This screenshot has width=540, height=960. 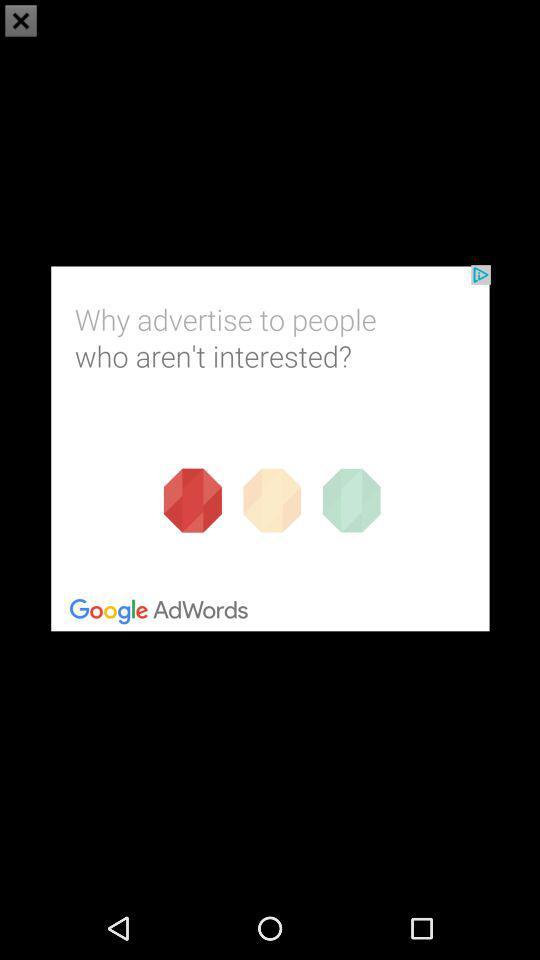 I want to click on the close icon, so click(x=20, y=20).